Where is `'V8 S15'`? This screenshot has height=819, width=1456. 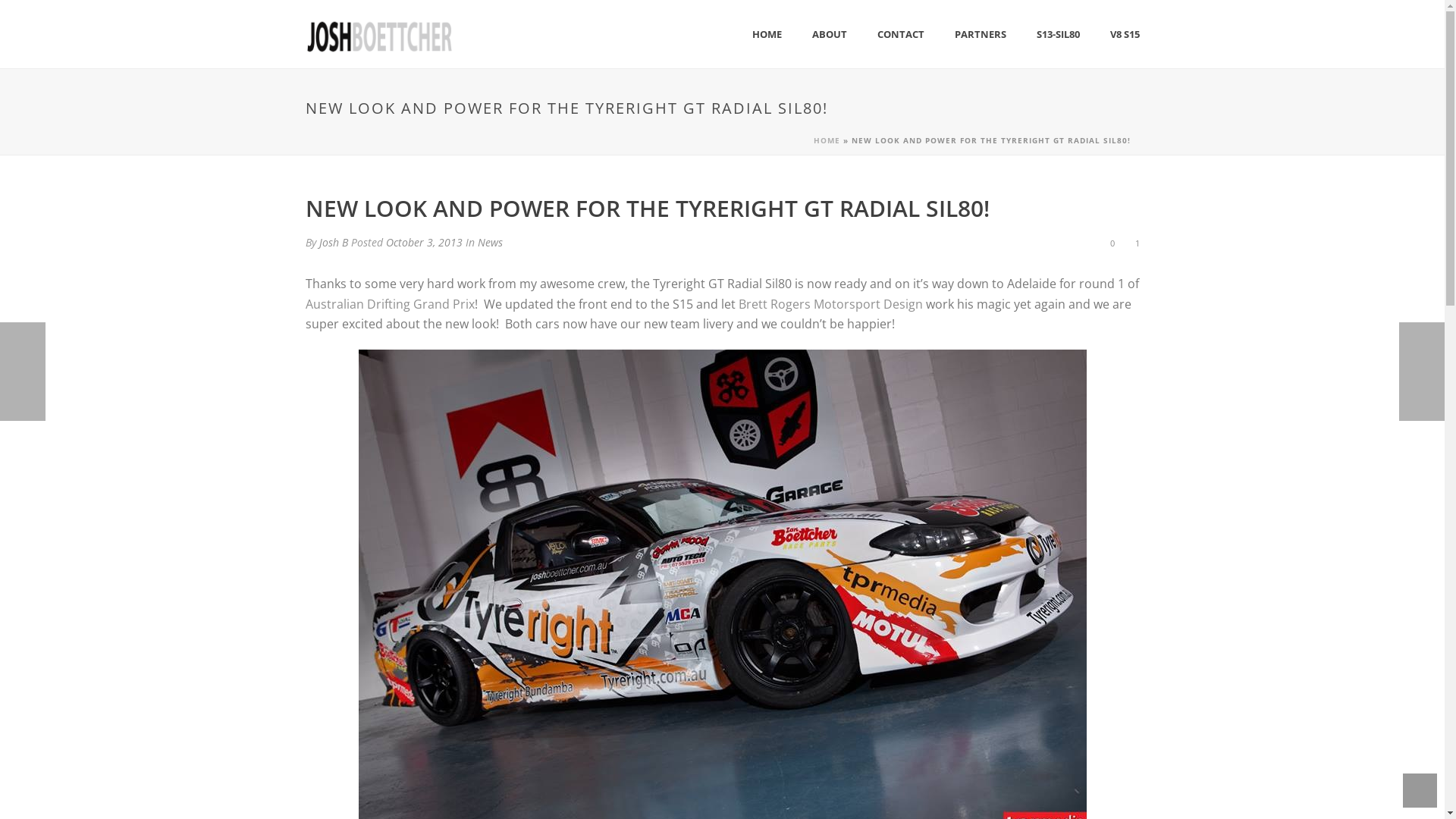 'V8 S15' is located at coordinates (1095, 34).